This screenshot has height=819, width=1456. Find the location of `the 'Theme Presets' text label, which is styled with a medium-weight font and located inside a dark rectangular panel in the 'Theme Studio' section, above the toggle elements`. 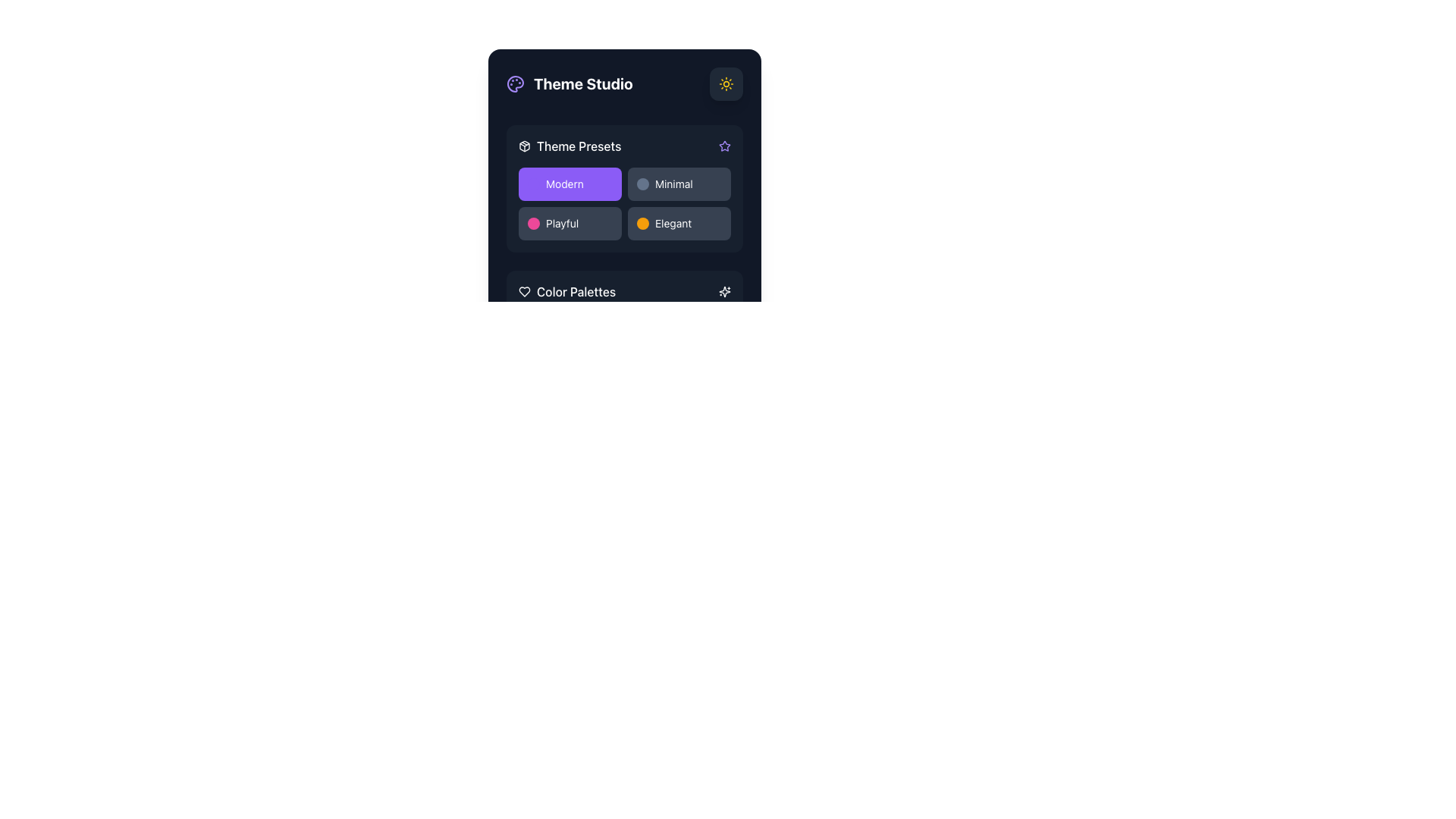

the 'Theme Presets' text label, which is styled with a medium-weight font and located inside a dark rectangular panel in the 'Theme Studio' section, above the toggle elements is located at coordinates (578, 146).